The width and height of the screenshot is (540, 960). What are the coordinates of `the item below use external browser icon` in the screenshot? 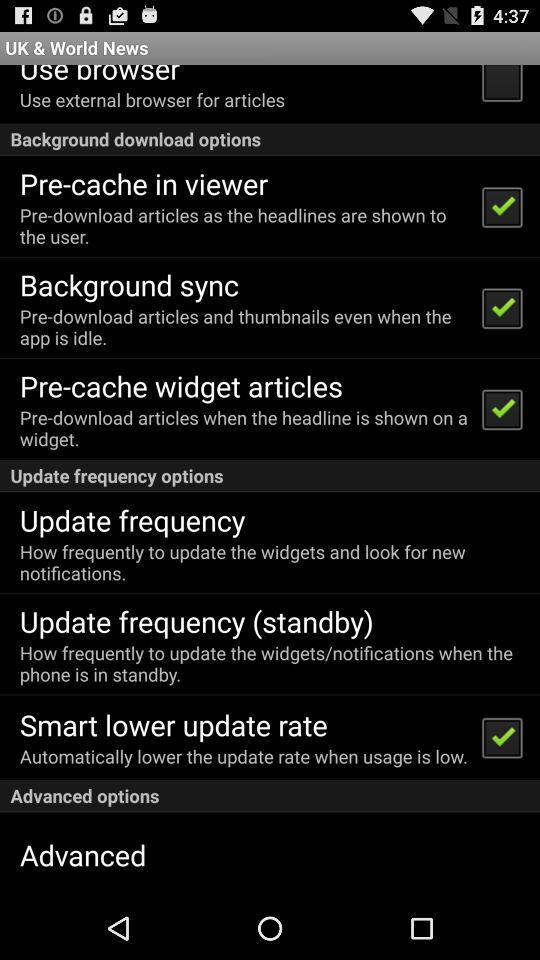 It's located at (270, 138).